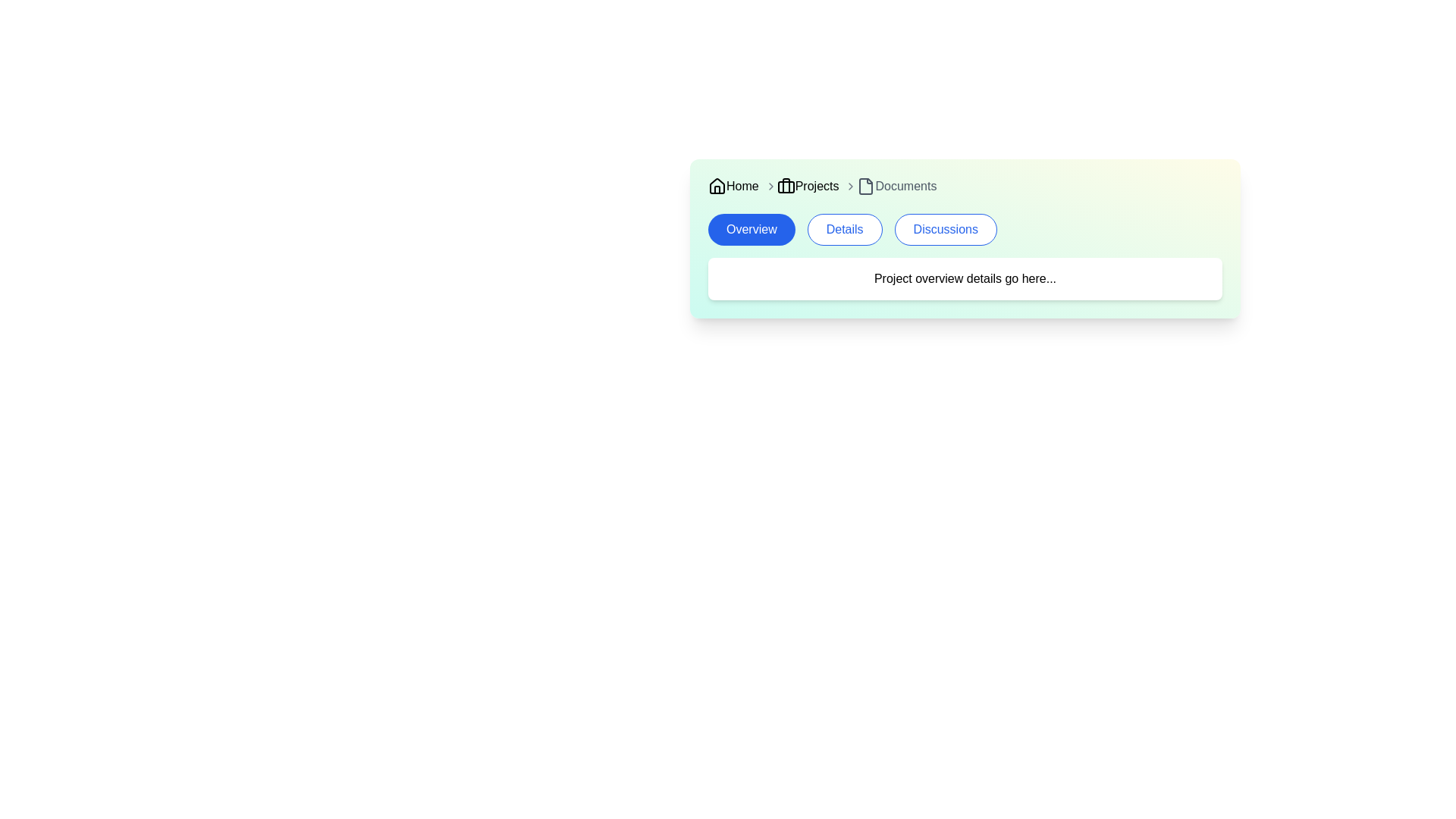 This screenshot has width=1456, height=819. What do you see at coordinates (945, 230) in the screenshot?
I see `the 'Discussions' button, which is a rounded rectangle with a white background and blue border, located on the right side of the group of three buttons` at bounding box center [945, 230].